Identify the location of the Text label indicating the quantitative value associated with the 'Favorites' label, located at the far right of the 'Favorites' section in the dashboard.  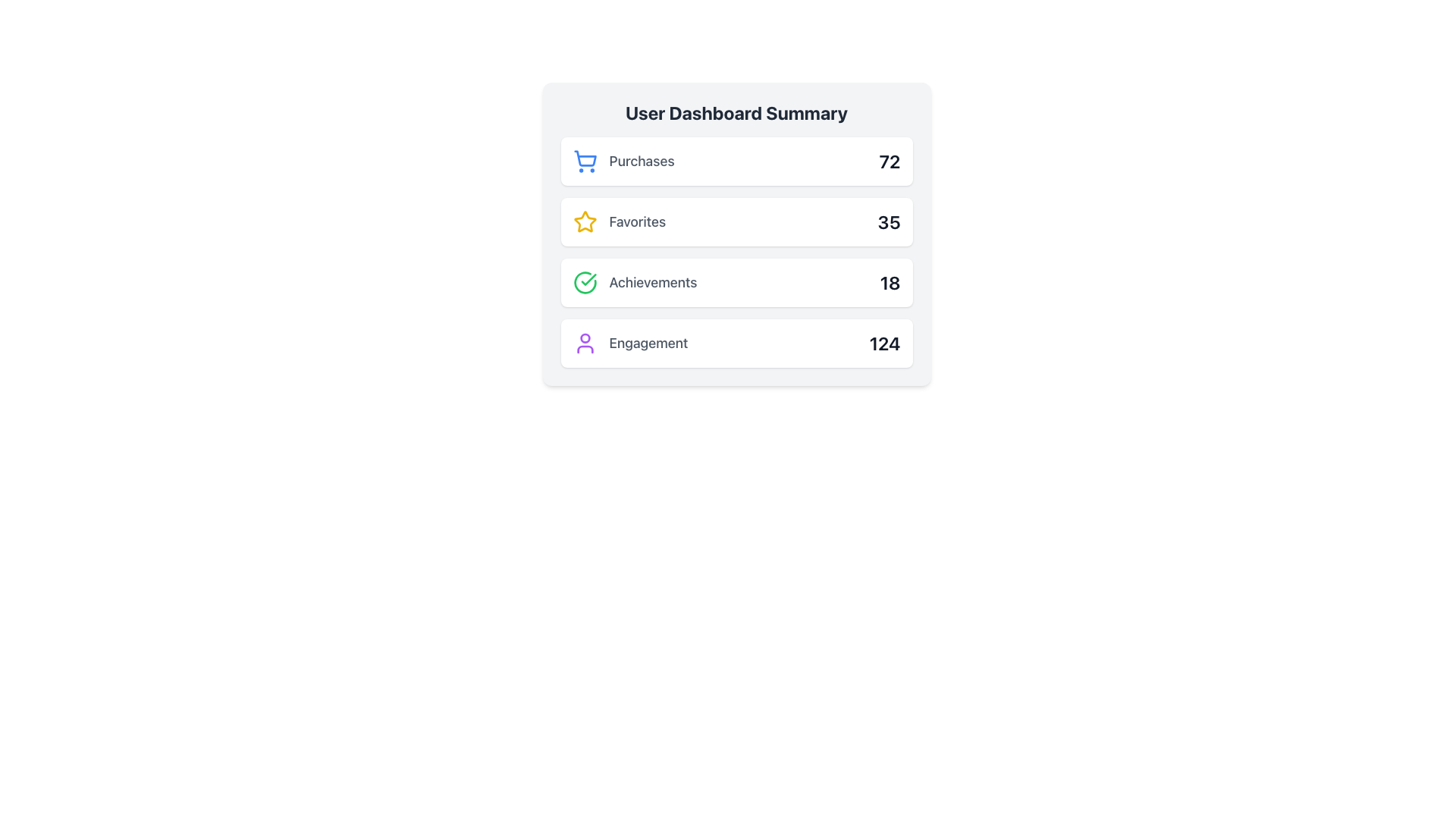
(889, 222).